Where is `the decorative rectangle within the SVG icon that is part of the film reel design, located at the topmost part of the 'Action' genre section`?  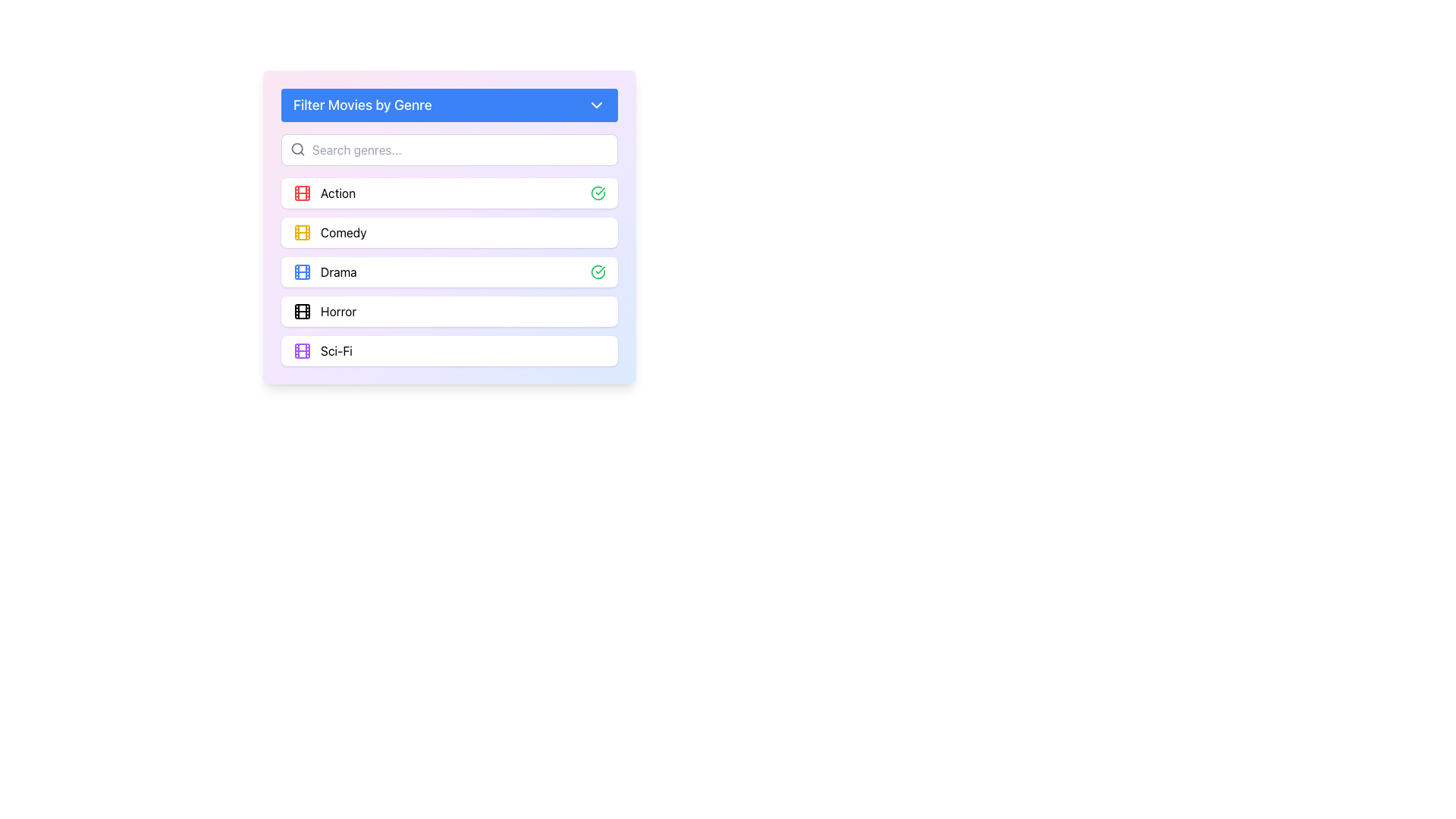 the decorative rectangle within the SVG icon that is part of the film reel design, located at the topmost part of the 'Action' genre section is located at coordinates (302, 192).